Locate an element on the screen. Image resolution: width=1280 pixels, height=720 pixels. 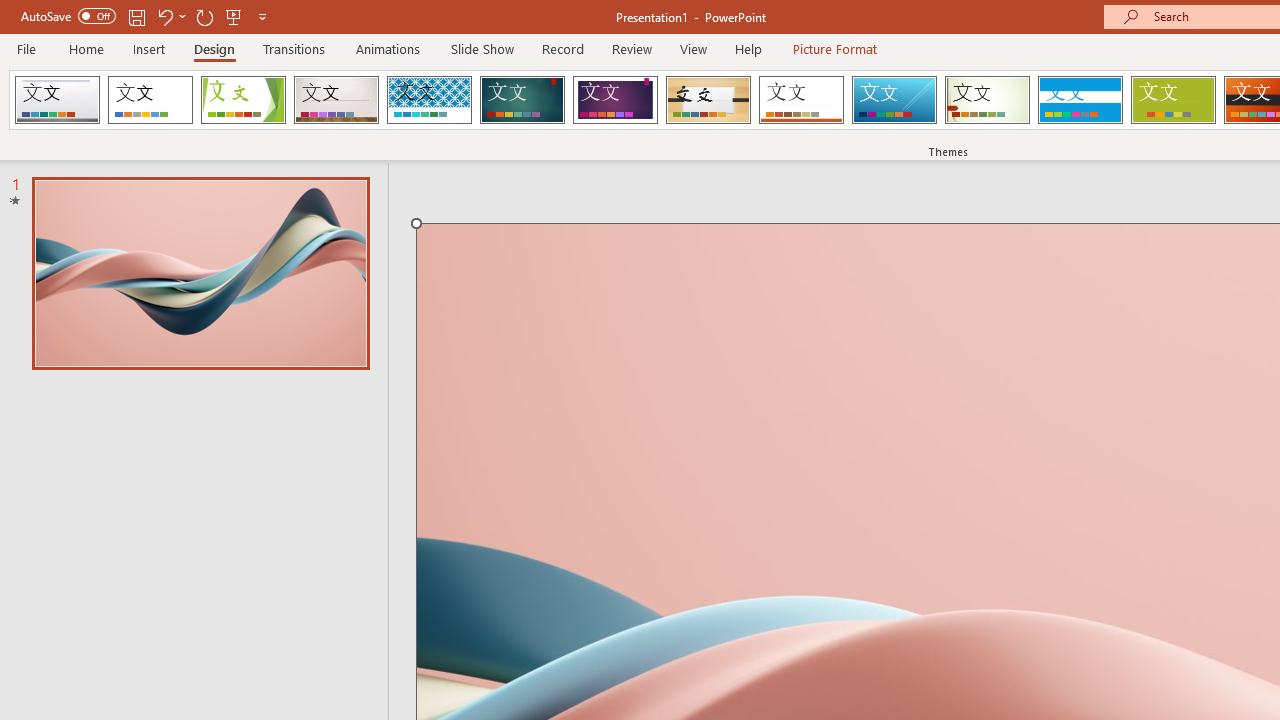
'Office Theme' is located at coordinates (149, 100).